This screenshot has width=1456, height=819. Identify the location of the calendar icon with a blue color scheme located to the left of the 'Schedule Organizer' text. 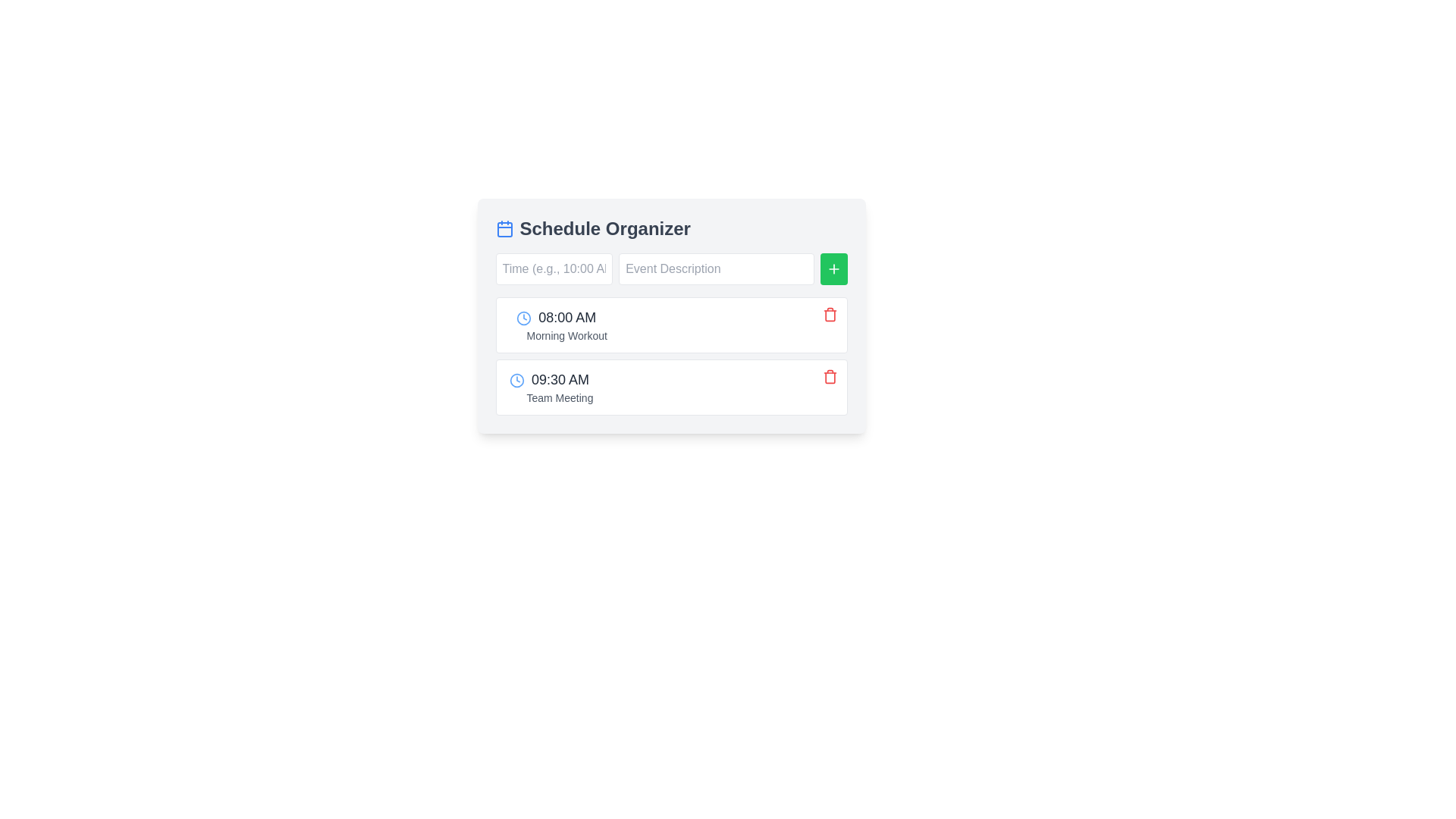
(504, 228).